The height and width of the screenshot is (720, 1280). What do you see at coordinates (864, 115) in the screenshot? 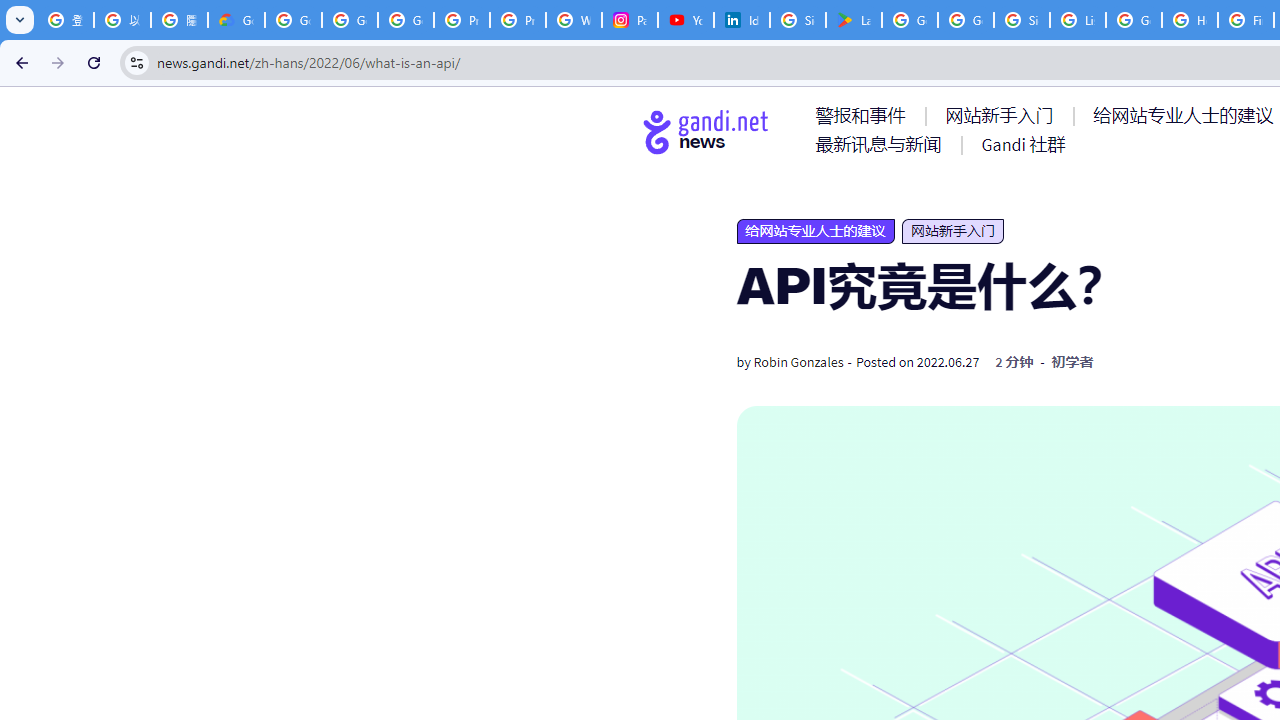
I see `'AutomationID: menu-item-77761'` at bounding box center [864, 115].